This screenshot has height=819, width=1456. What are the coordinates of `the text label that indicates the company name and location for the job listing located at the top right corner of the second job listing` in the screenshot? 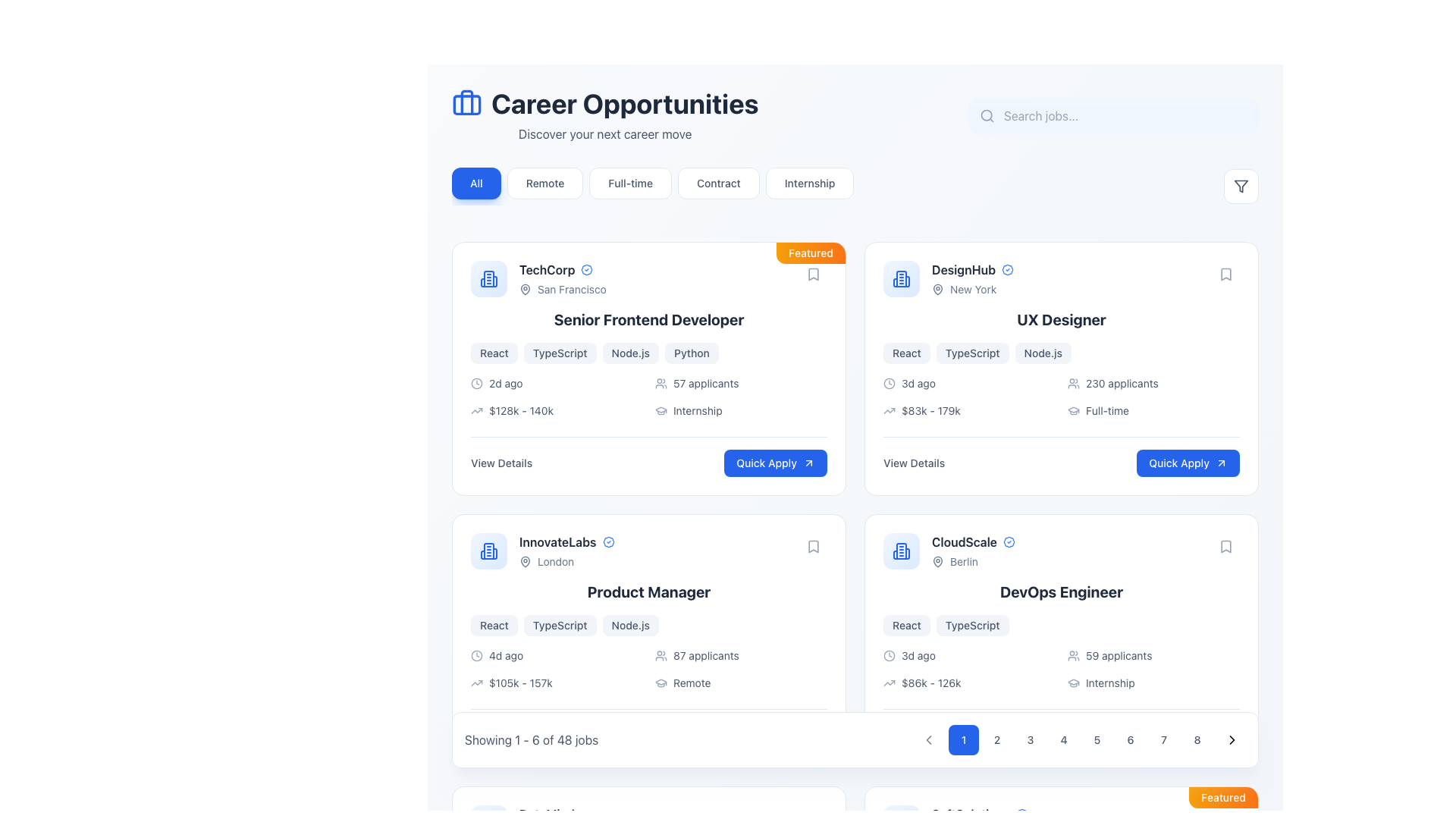 It's located at (972, 278).